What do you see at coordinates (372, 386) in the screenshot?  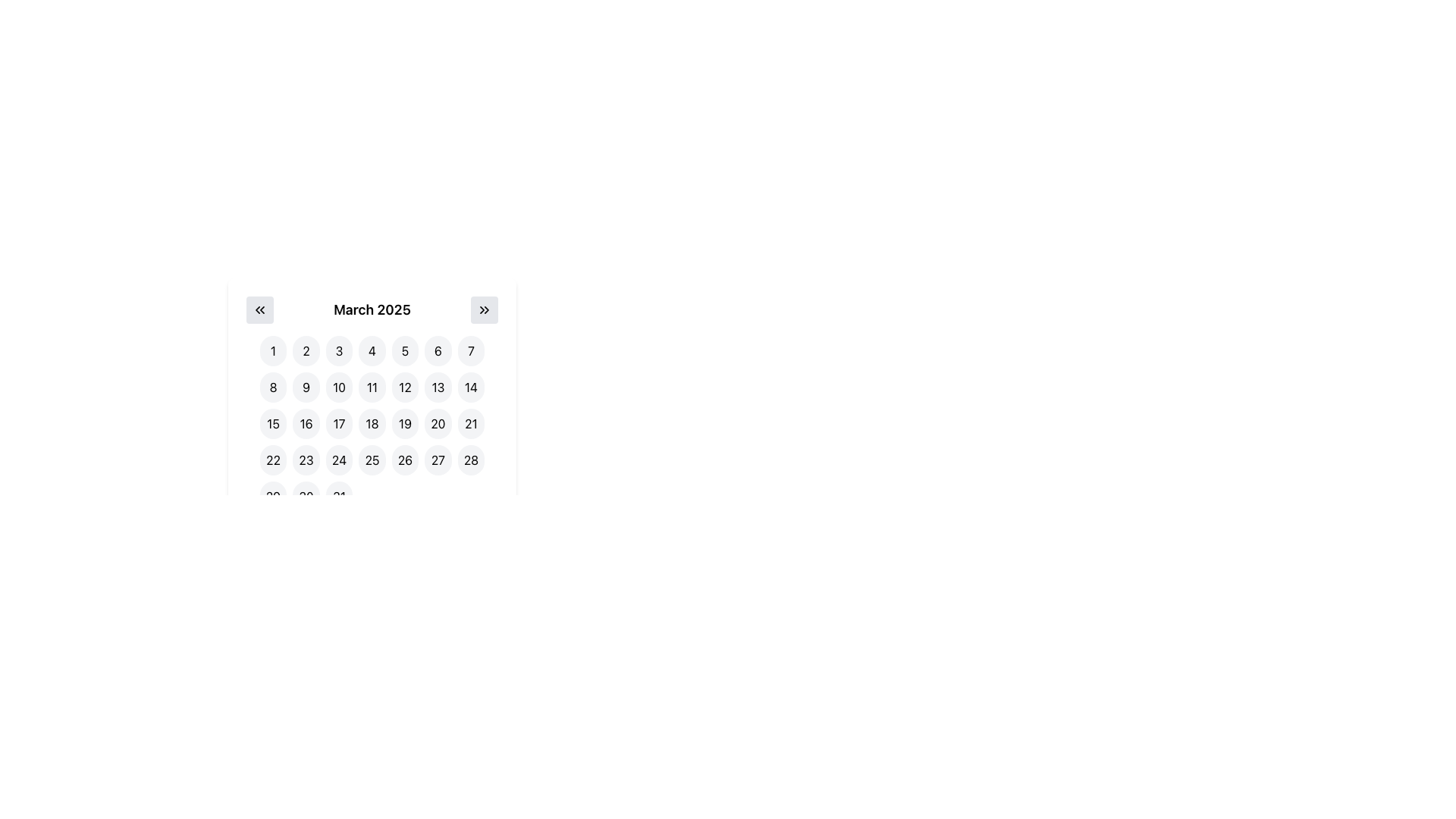 I see `the circular button labeled '11' in the second row and fourth column of the calendar grid` at bounding box center [372, 386].